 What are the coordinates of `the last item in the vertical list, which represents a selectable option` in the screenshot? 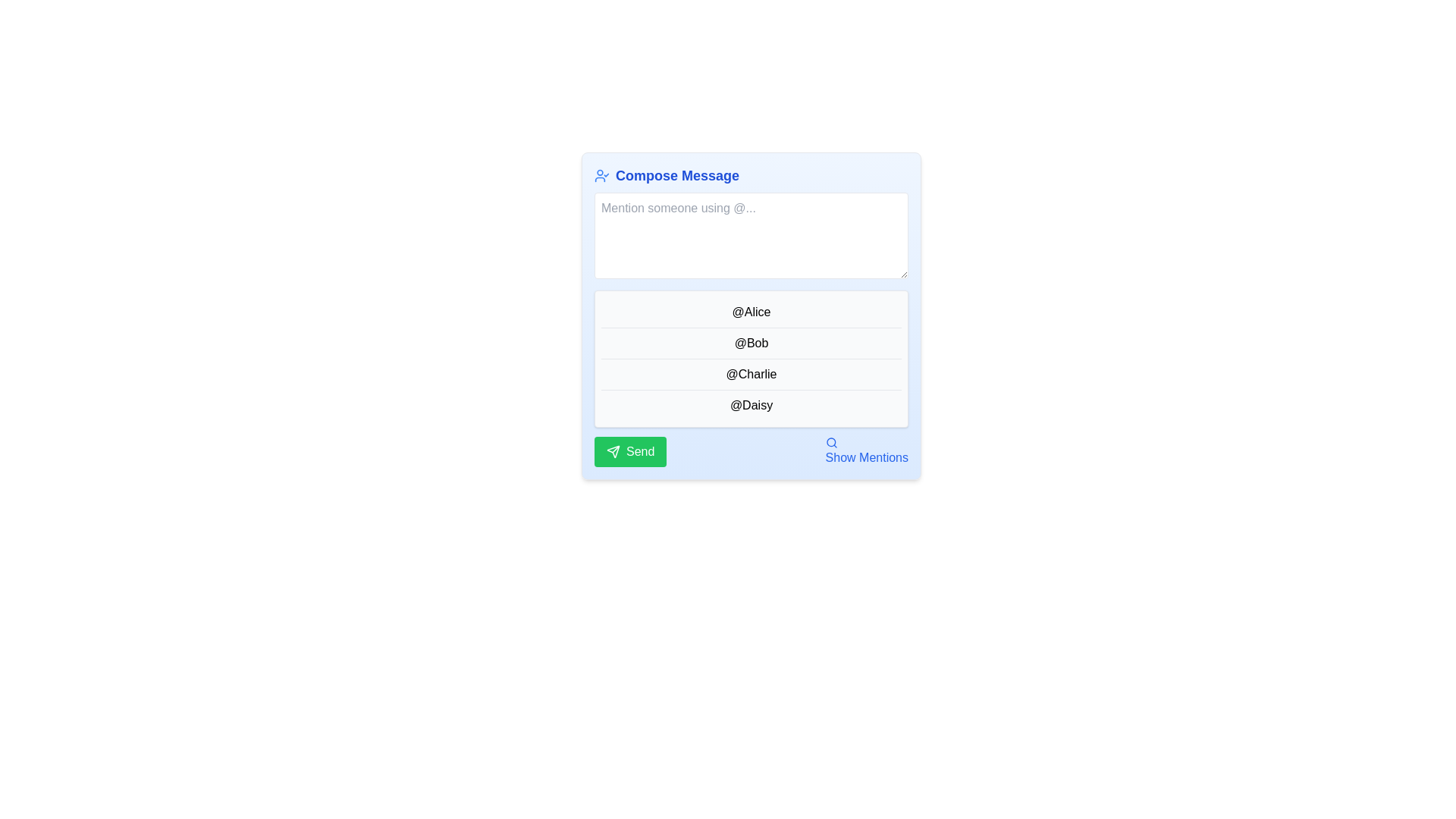 It's located at (751, 403).